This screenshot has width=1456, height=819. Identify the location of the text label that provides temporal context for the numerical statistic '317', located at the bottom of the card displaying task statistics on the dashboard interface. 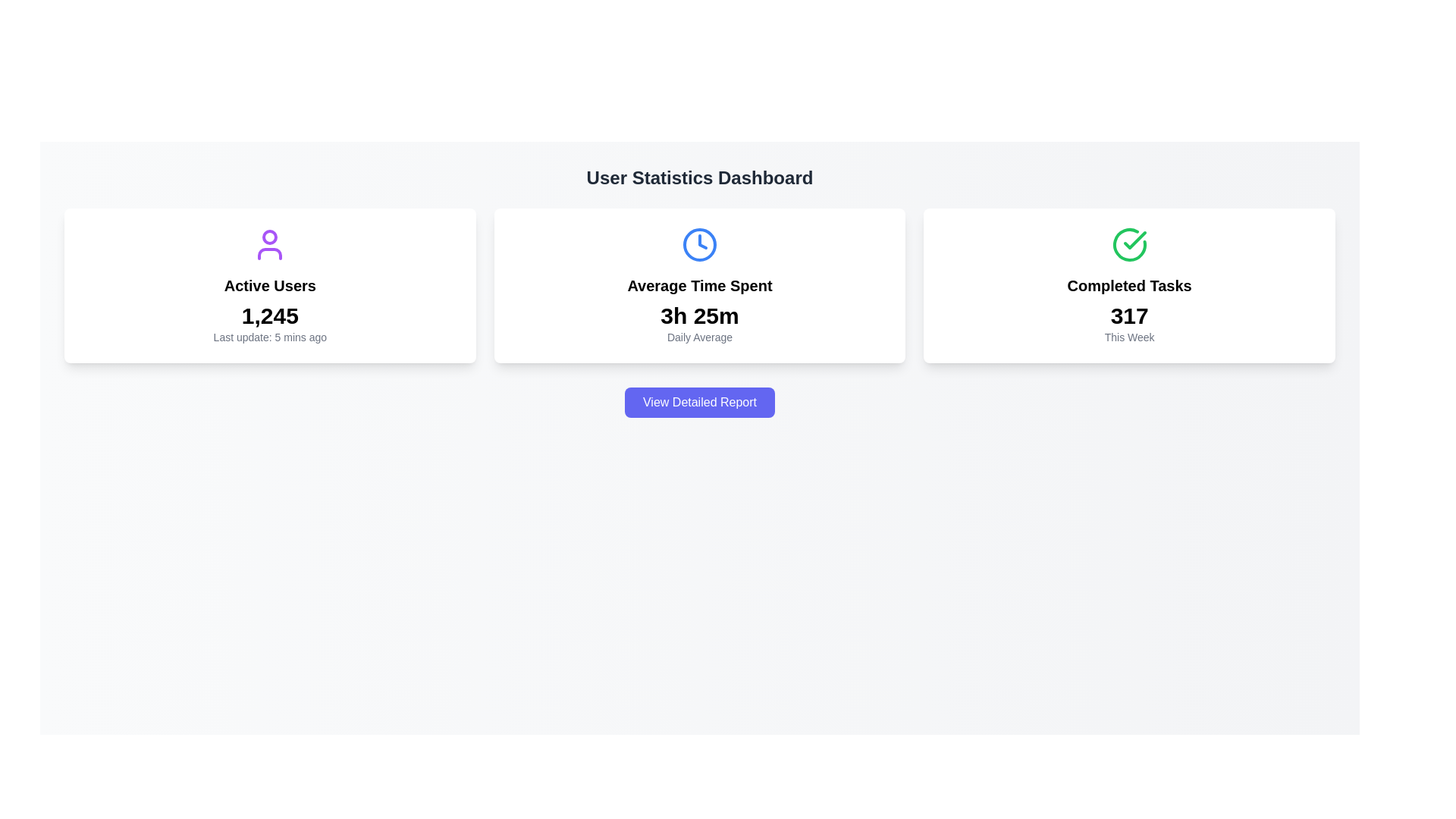
(1129, 336).